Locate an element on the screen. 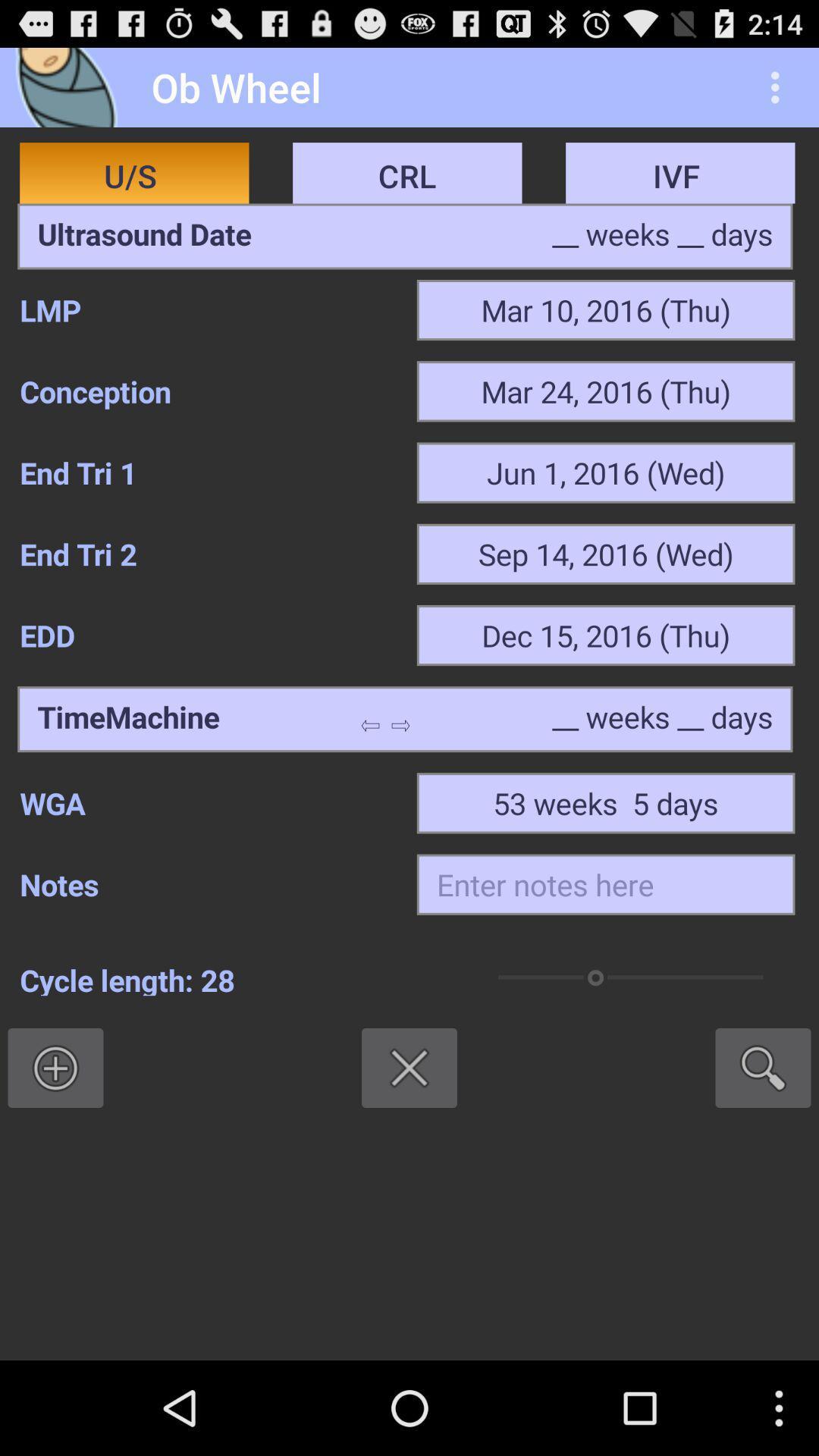  icon above notes icon is located at coordinates (208, 802).